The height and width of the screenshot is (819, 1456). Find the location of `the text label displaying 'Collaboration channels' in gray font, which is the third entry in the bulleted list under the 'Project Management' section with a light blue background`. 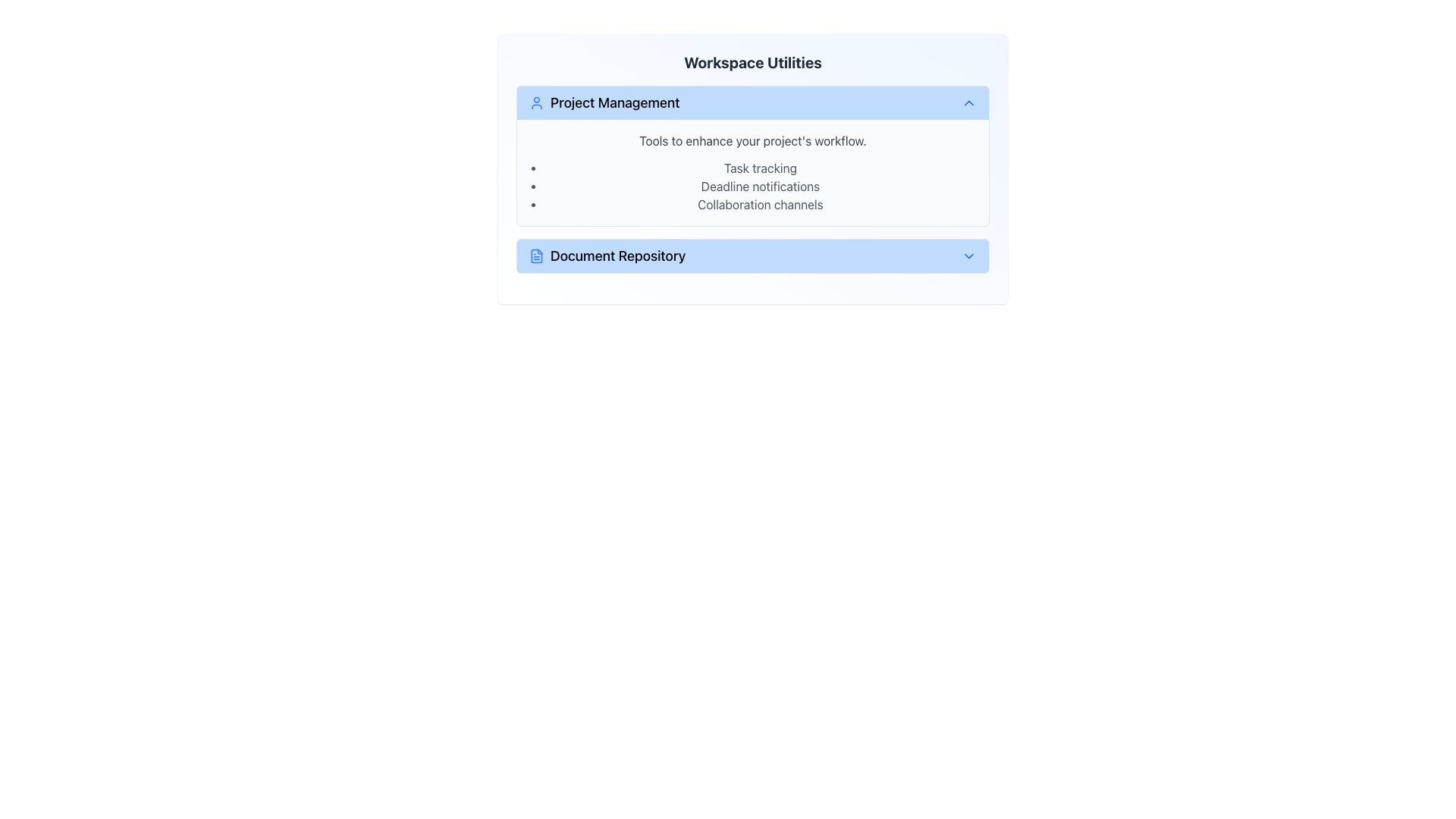

the text label displaying 'Collaboration channels' in gray font, which is the third entry in the bulleted list under the 'Project Management' section with a light blue background is located at coordinates (761, 205).